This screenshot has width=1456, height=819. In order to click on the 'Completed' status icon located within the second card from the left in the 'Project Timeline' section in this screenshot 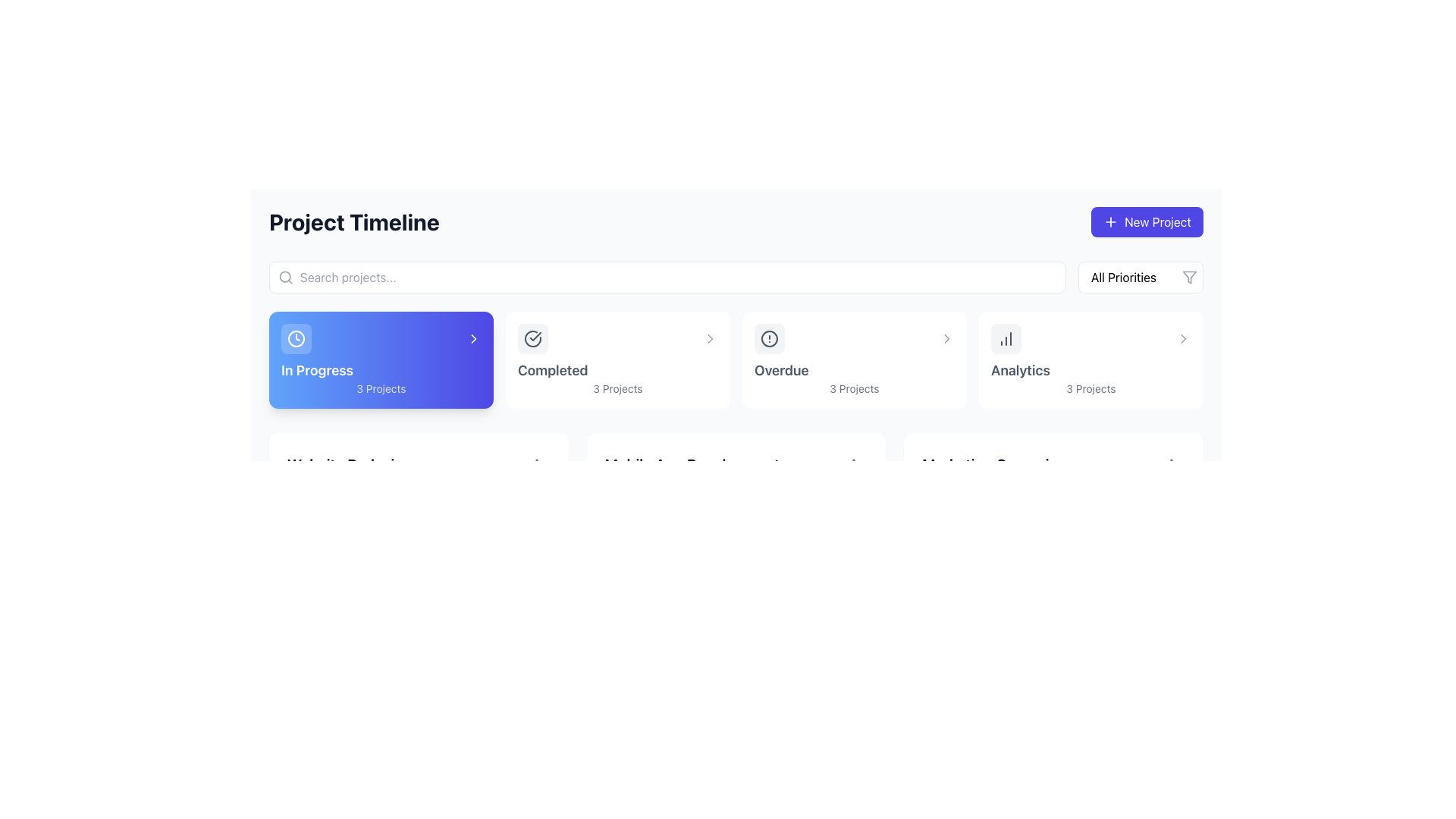, I will do `click(532, 338)`.